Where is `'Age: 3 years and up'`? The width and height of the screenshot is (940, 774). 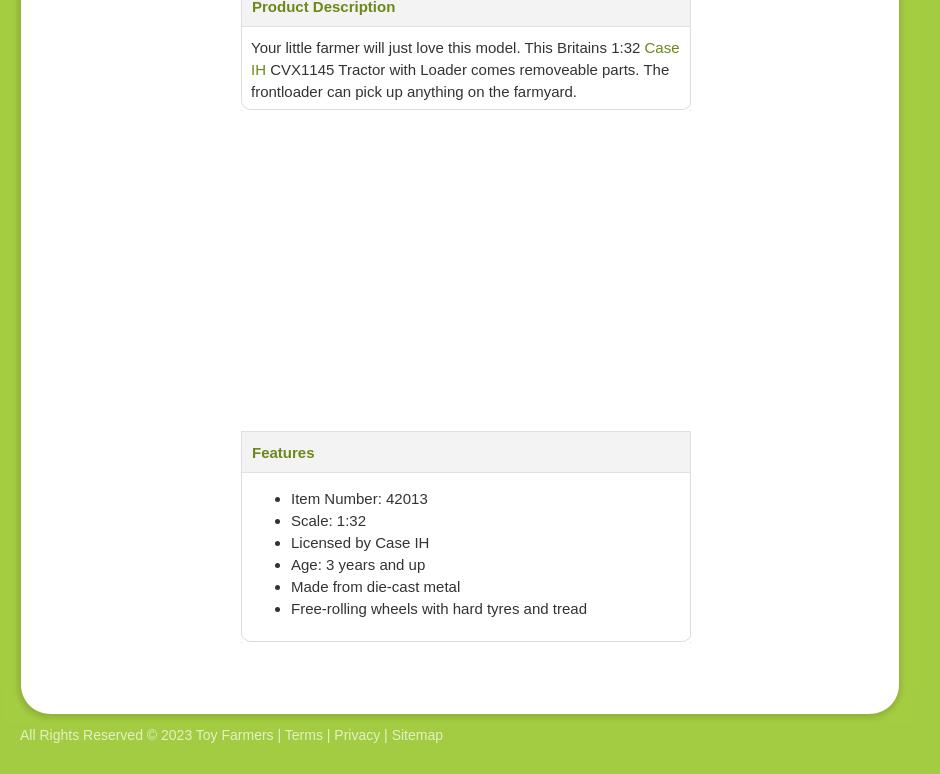 'Age: 3 years and up' is located at coordinates (357, 564).